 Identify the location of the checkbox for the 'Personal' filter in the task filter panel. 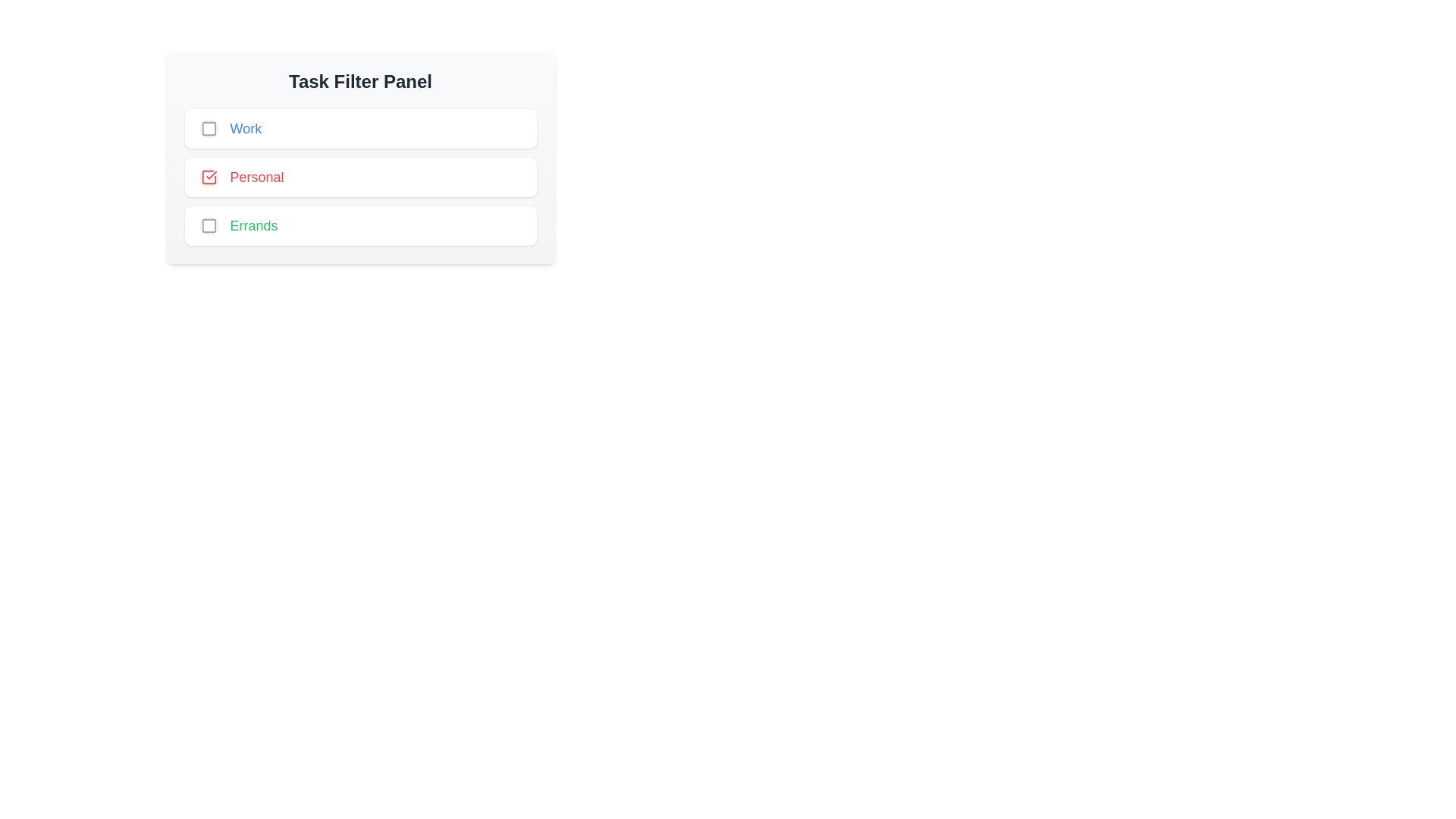
(208, 177).